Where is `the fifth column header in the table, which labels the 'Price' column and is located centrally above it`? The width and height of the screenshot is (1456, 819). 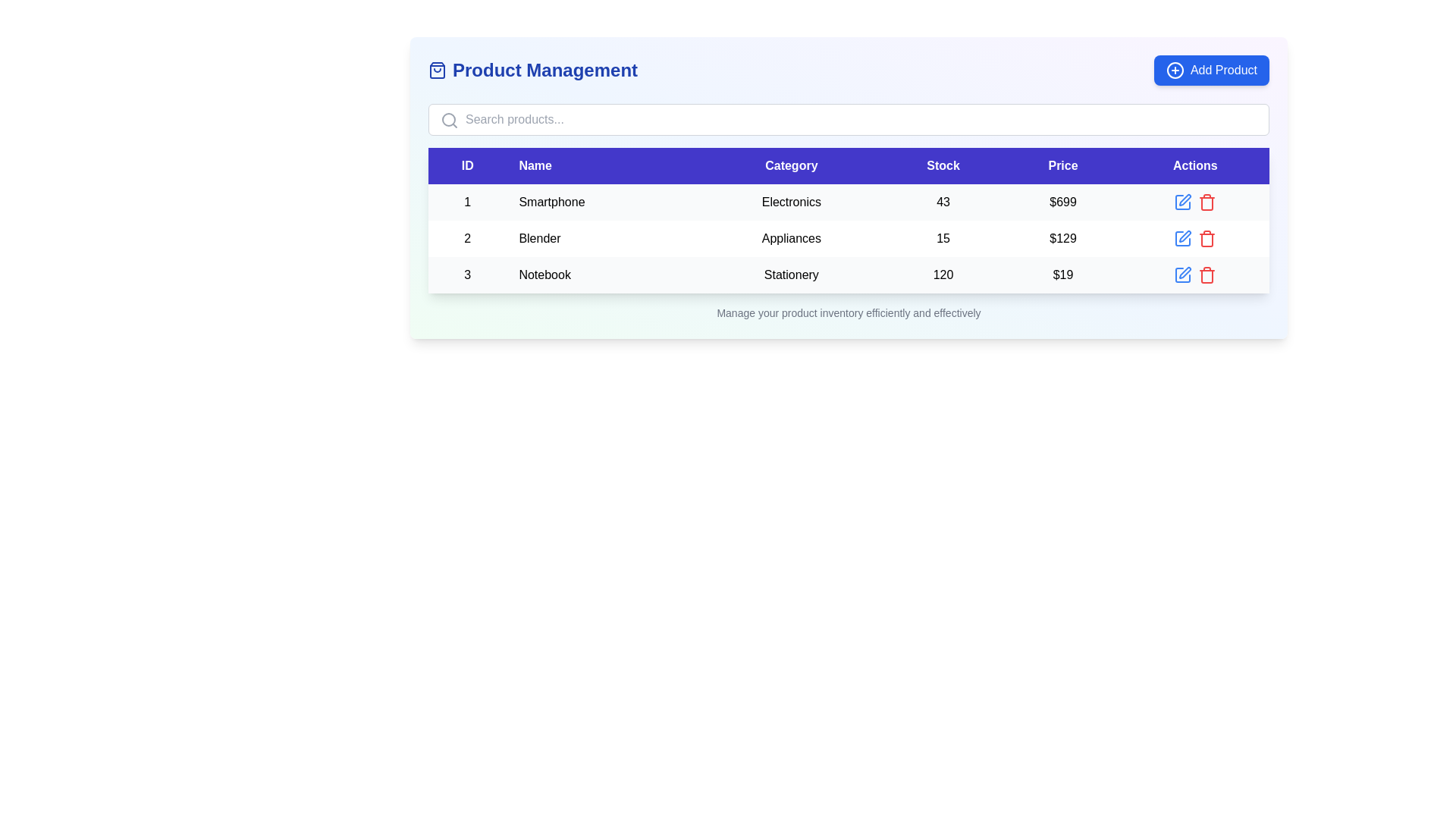
the fifth column header in the table, which labels the 'Price' column and is located centrally above it is located at coordinates (1062, 166).